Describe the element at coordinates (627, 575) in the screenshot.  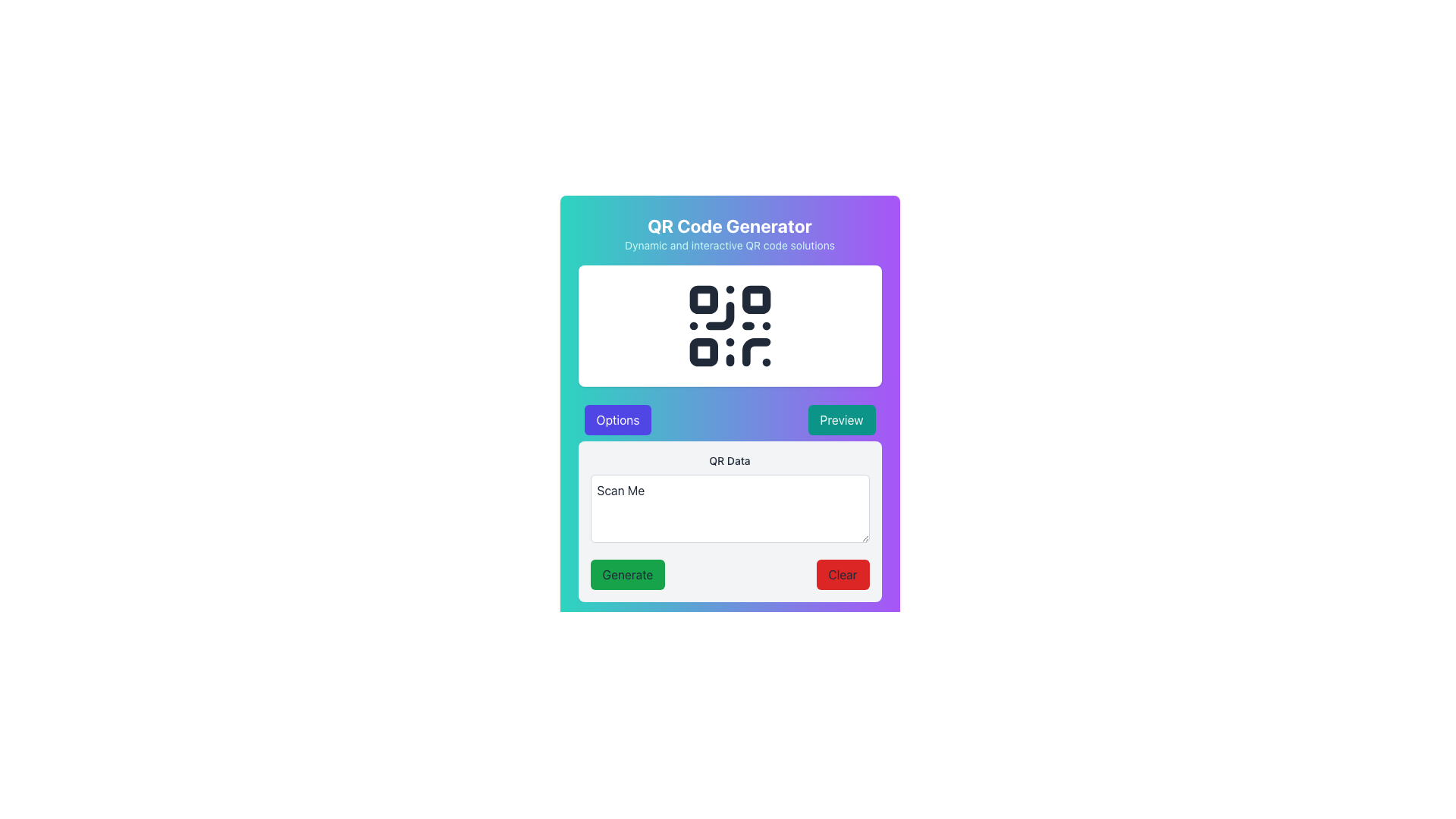
I see `the 'Generate' button, which is a green rectangular button with rounded corners located in the bottom-left corner of the QR code generation tools panel` at that location.